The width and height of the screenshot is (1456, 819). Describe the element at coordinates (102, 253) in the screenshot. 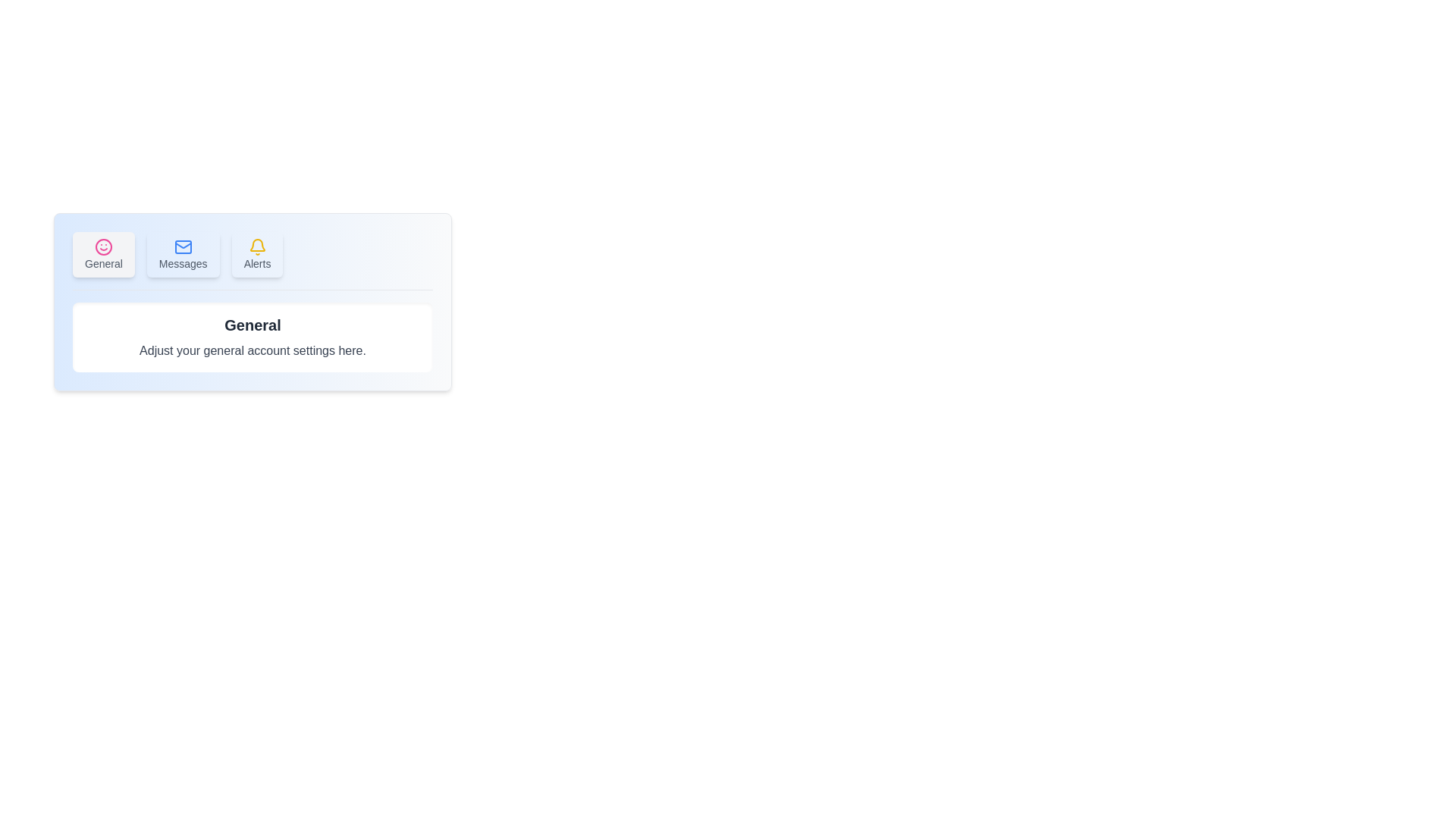

I see `the General tab by clicking on its button` at that location.